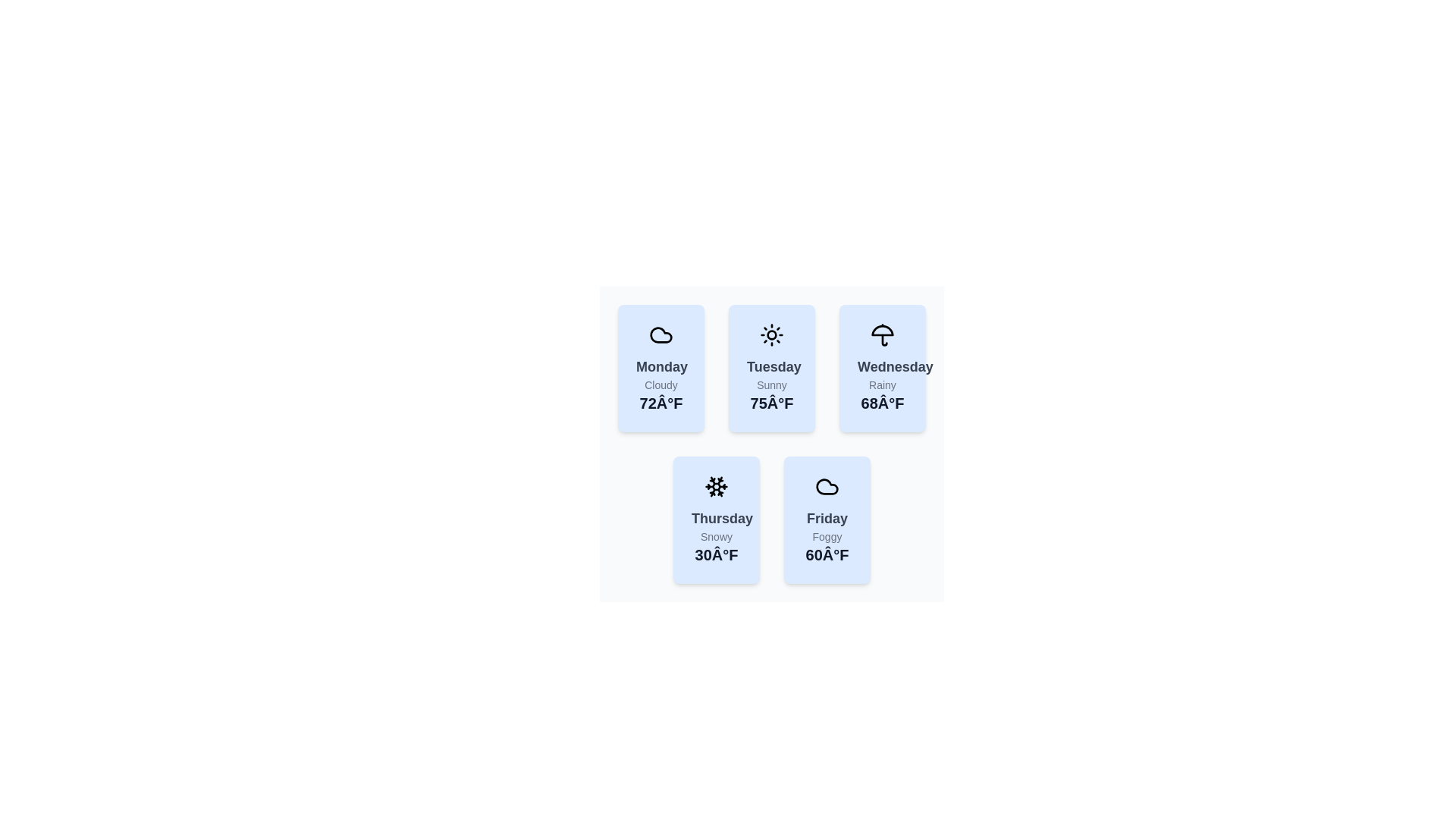 This screenshot has height=819, width=1456. I want to click on the cloud-shaped vector graphic icon with a thin black stroke, part of the weather card labeled 'Friday Foggy 60°F', located at the bottom-right of the card, so click(826, 486).